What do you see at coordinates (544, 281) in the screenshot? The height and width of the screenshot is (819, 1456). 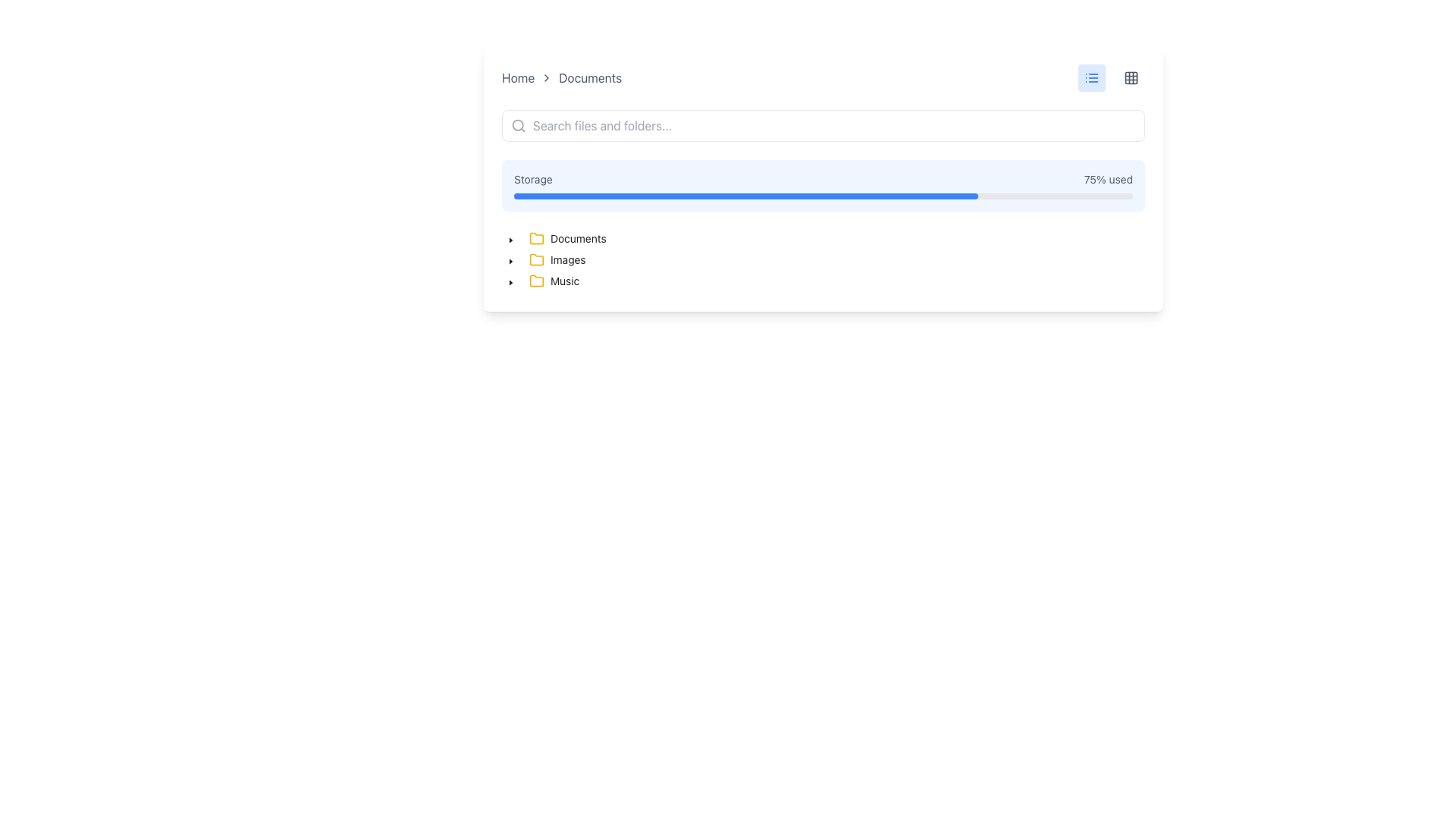 I see `the 'Music' folder entry` at bounding box center [544, 281].